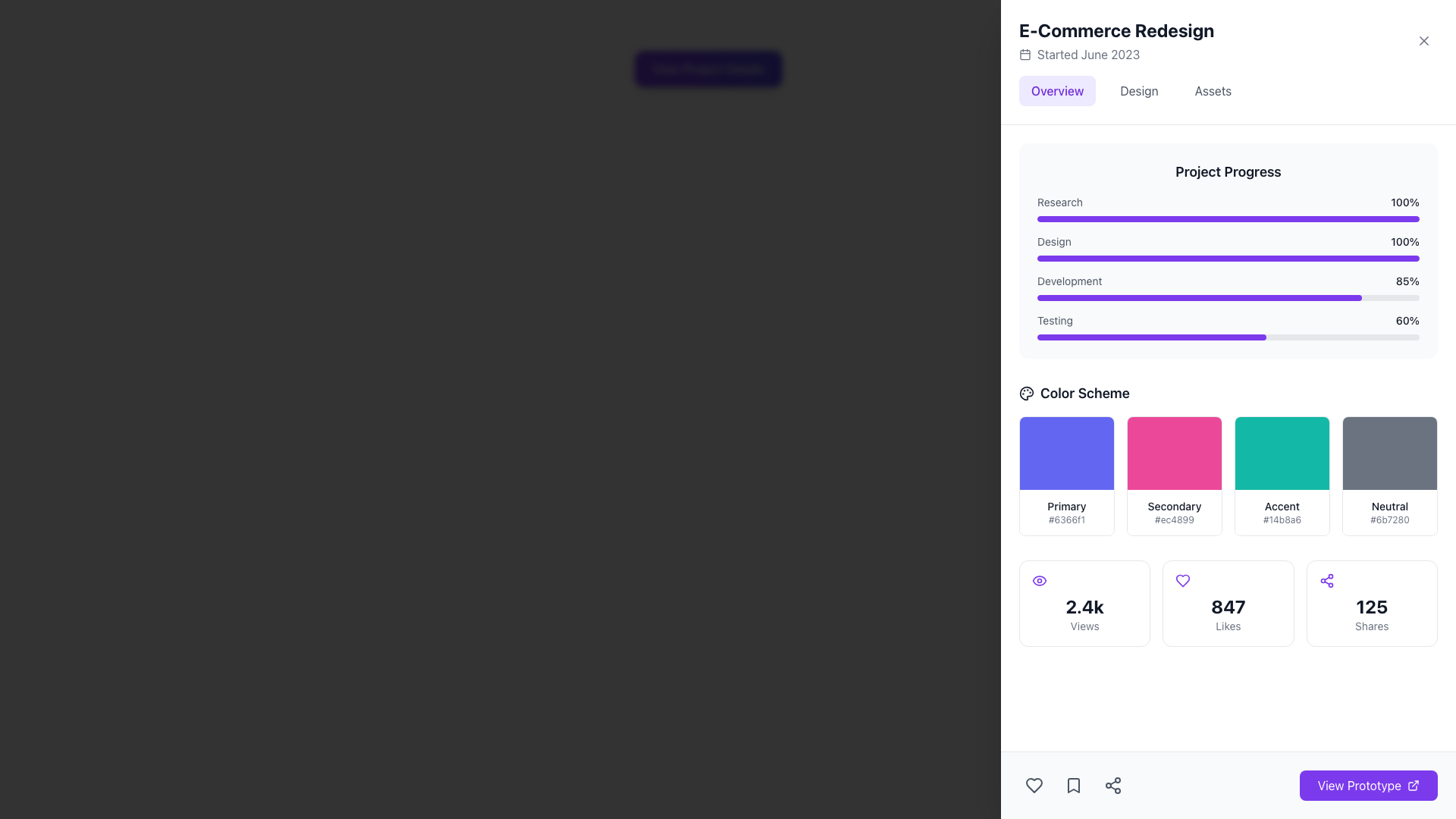 The image size is (1456, 819). What do you see at coordinates (1228, 458) in the screenshot?
I see `the third color swatch labeled 'Accent' with the code '#14b8a6' in the 'Color Scheme' grid, located below 'Project Progress'` at bounding box center [1228, 458].